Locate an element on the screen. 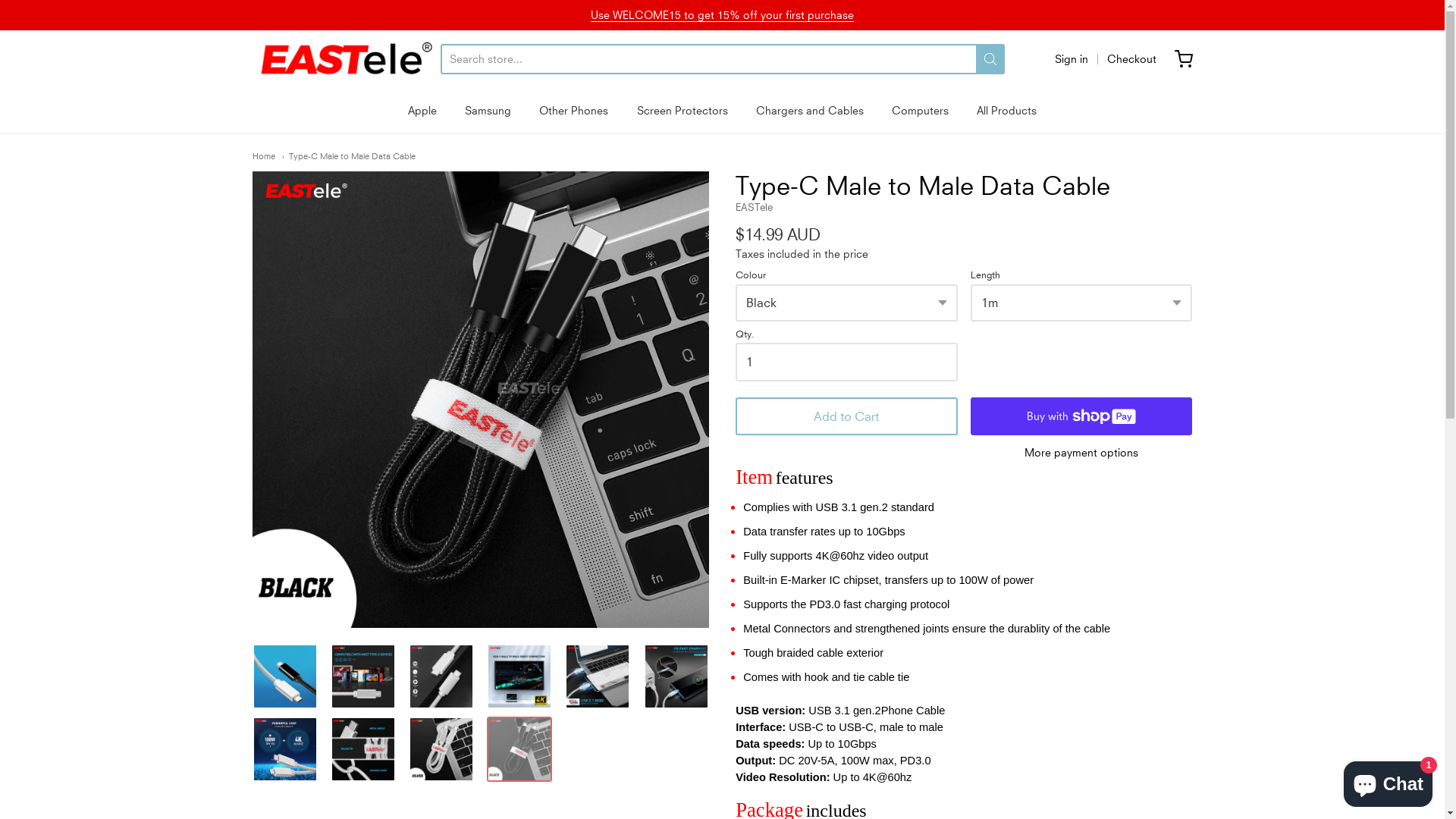 Image resolution: width=1456 pixels, height=819 pixels. 'Samsung' is located at coordinates (464, 110).